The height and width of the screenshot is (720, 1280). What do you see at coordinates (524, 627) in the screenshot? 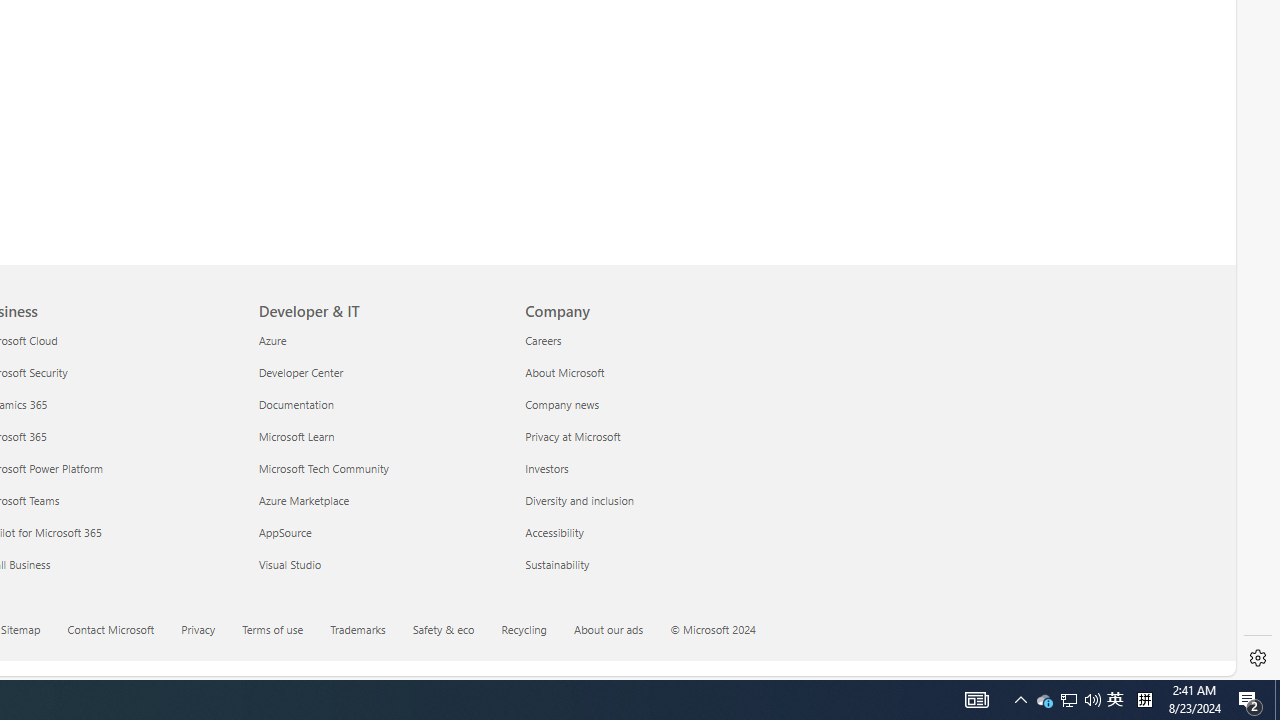
I see `'Recycling'` at bounding box center [524, 627].